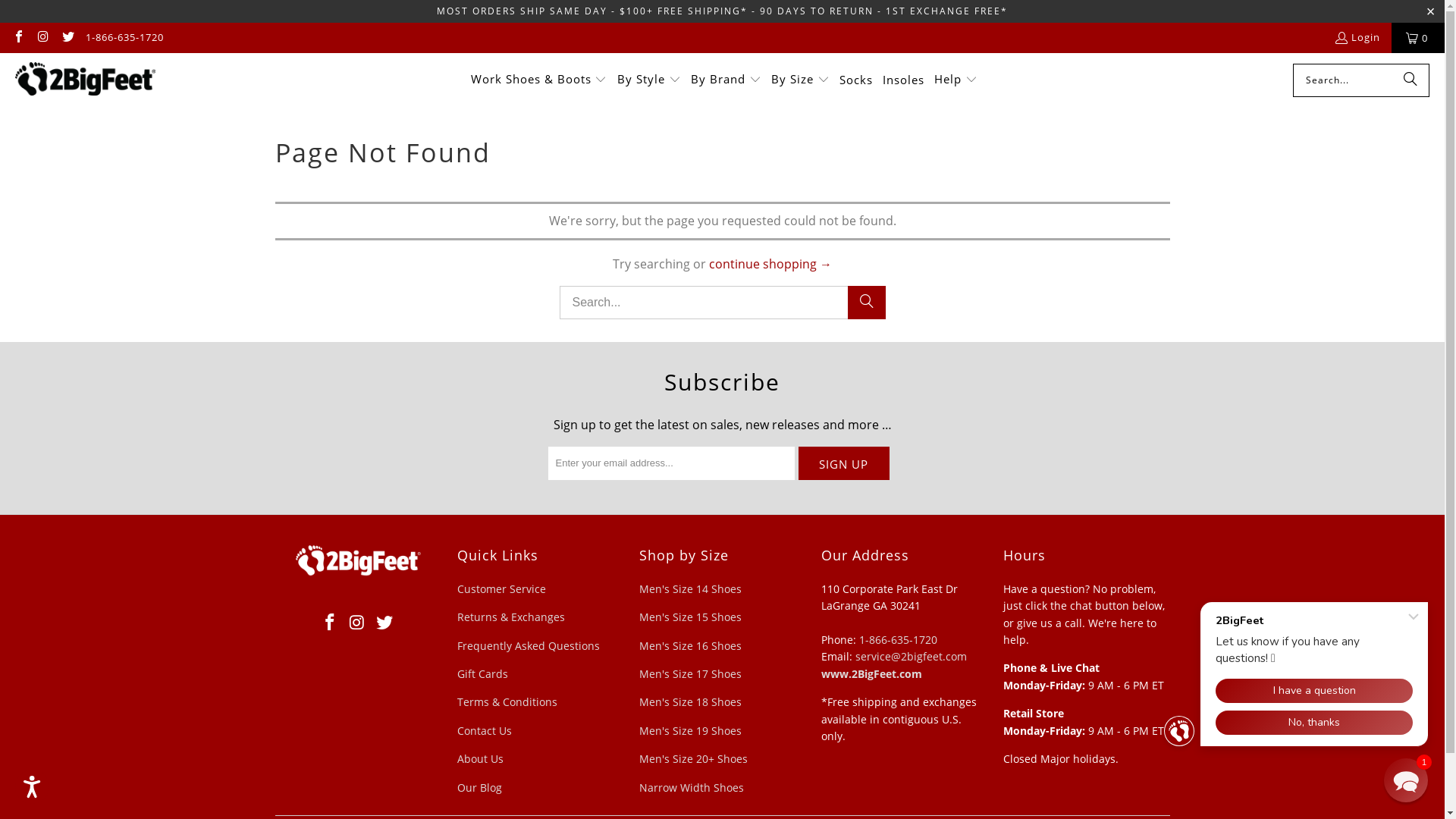 This screenshot has width=1456, height=819. I want to click on 'Men's Size 14 Shoes', so click(689, 588).